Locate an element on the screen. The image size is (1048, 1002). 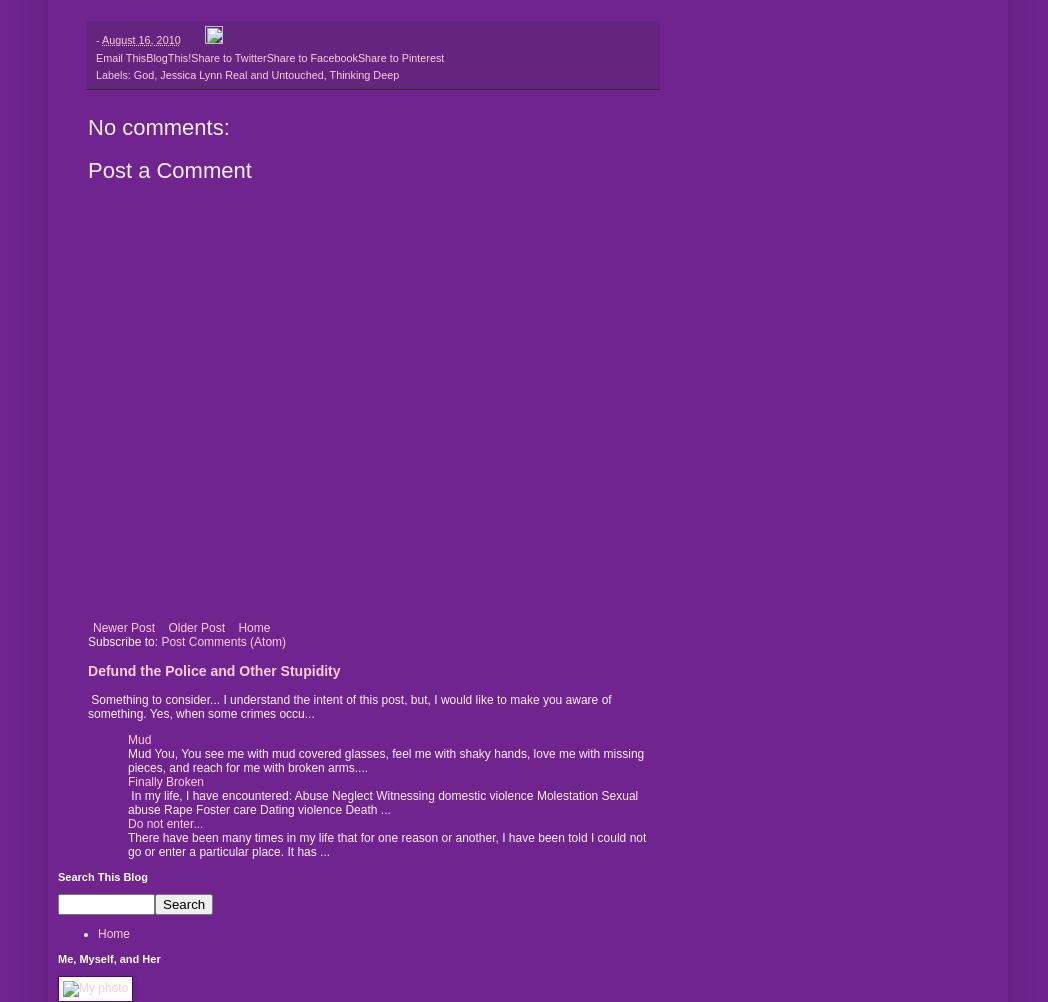
'Post a Comment' is located at coordinates (169, 169).